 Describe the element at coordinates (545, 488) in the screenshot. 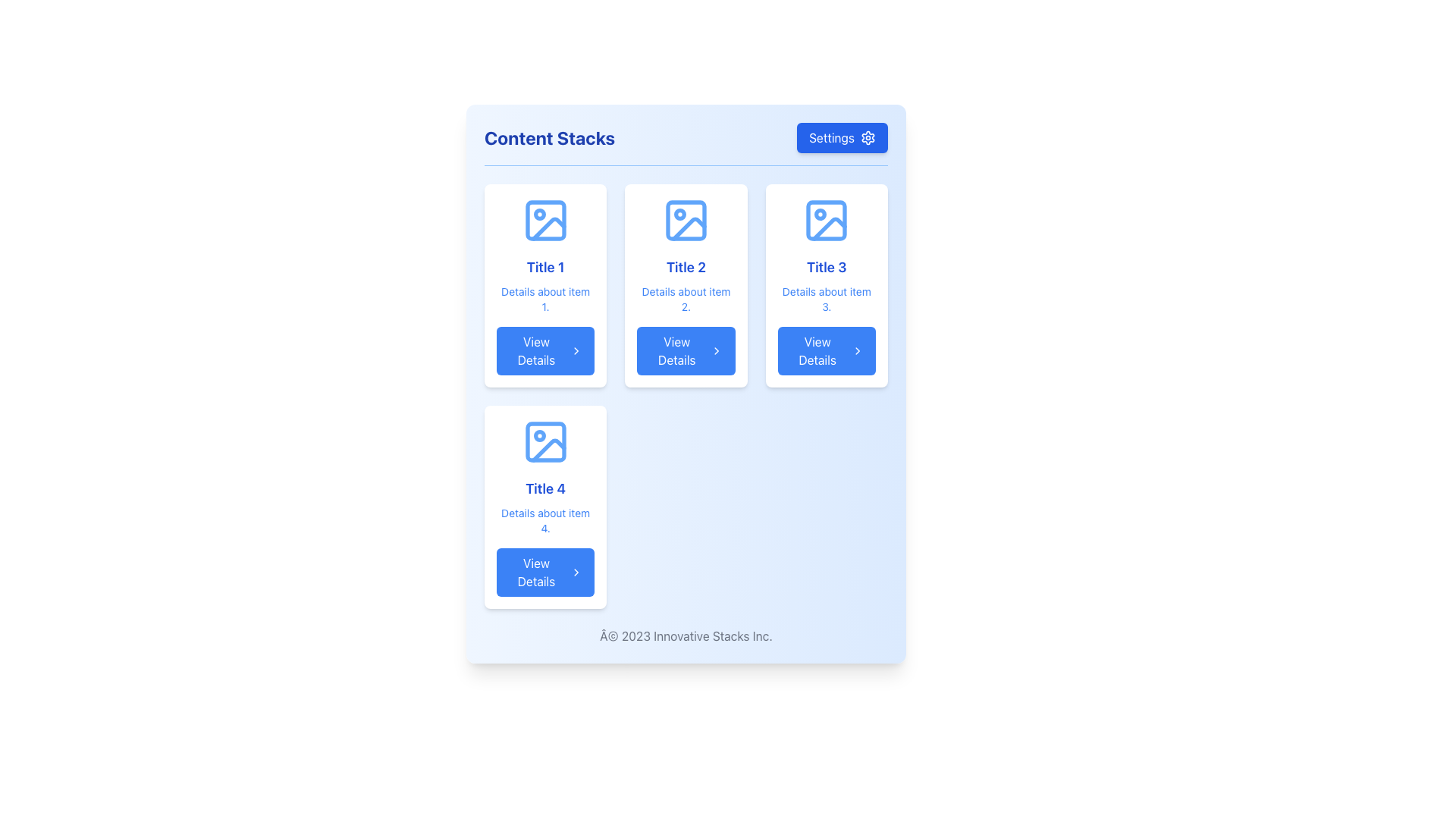

I see `the text label that reads 'Title 4', which is styled in bold, larger font size, and blue color, located in the bottom-left card of a 2x2 grid, positioned below an icon and above a descriptive text line and a button` at that location.